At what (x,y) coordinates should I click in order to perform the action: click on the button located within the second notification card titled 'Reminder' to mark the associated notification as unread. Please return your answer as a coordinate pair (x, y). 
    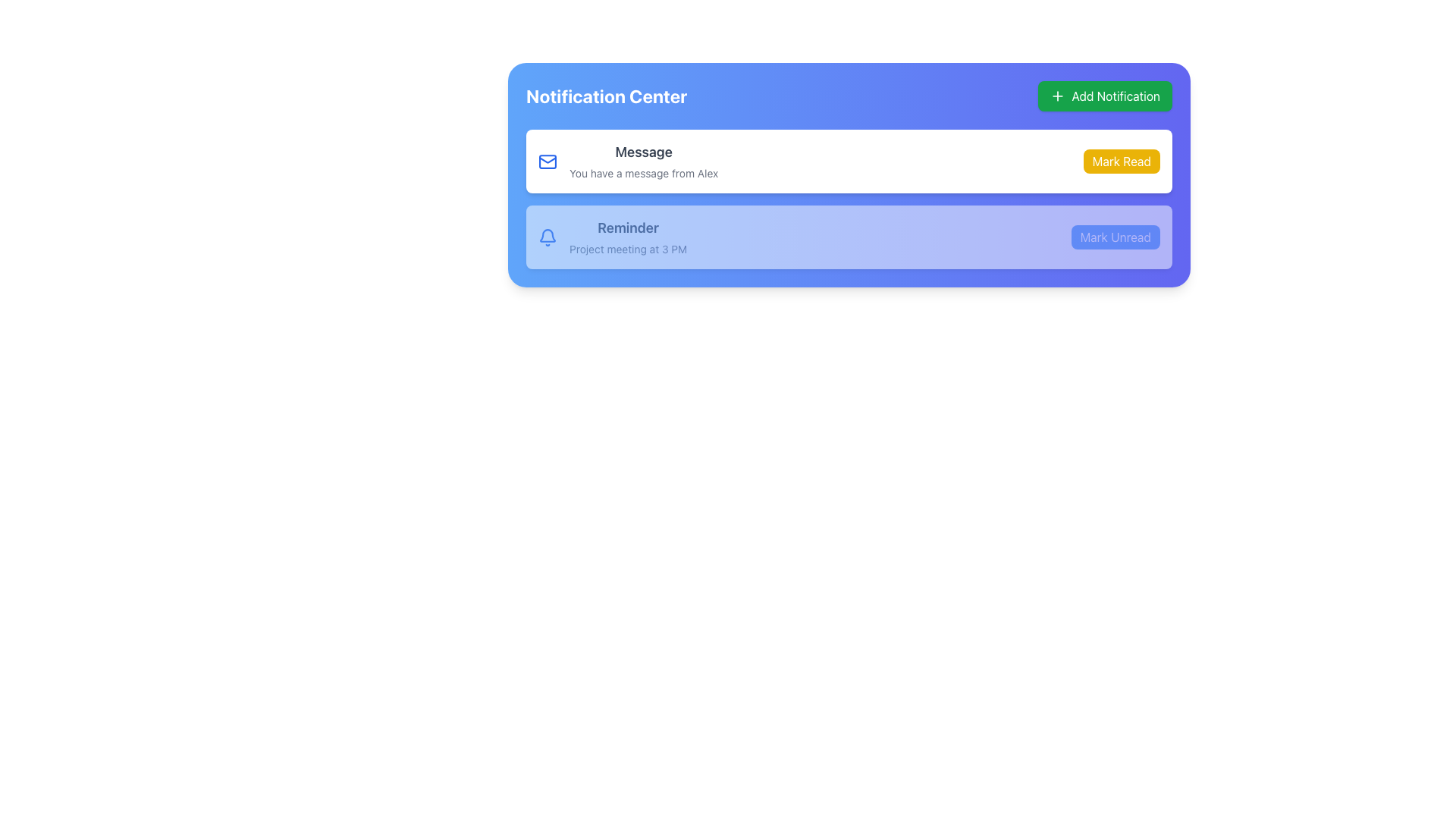
    Looking at the image, I should click on (1116, 237).